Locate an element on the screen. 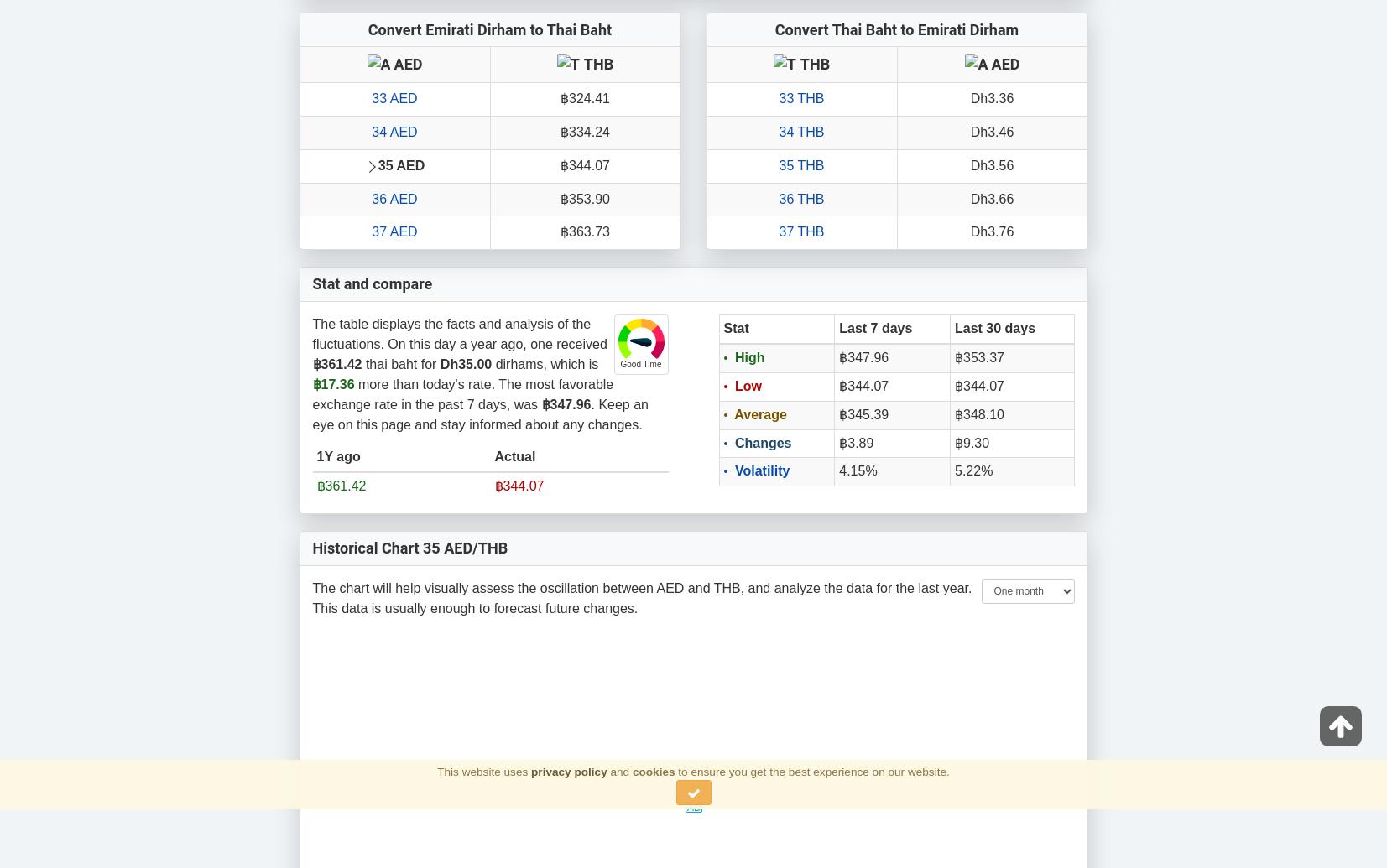 The image size is (1387, 868). '฿353.37' is located at coordinates (979, 356).